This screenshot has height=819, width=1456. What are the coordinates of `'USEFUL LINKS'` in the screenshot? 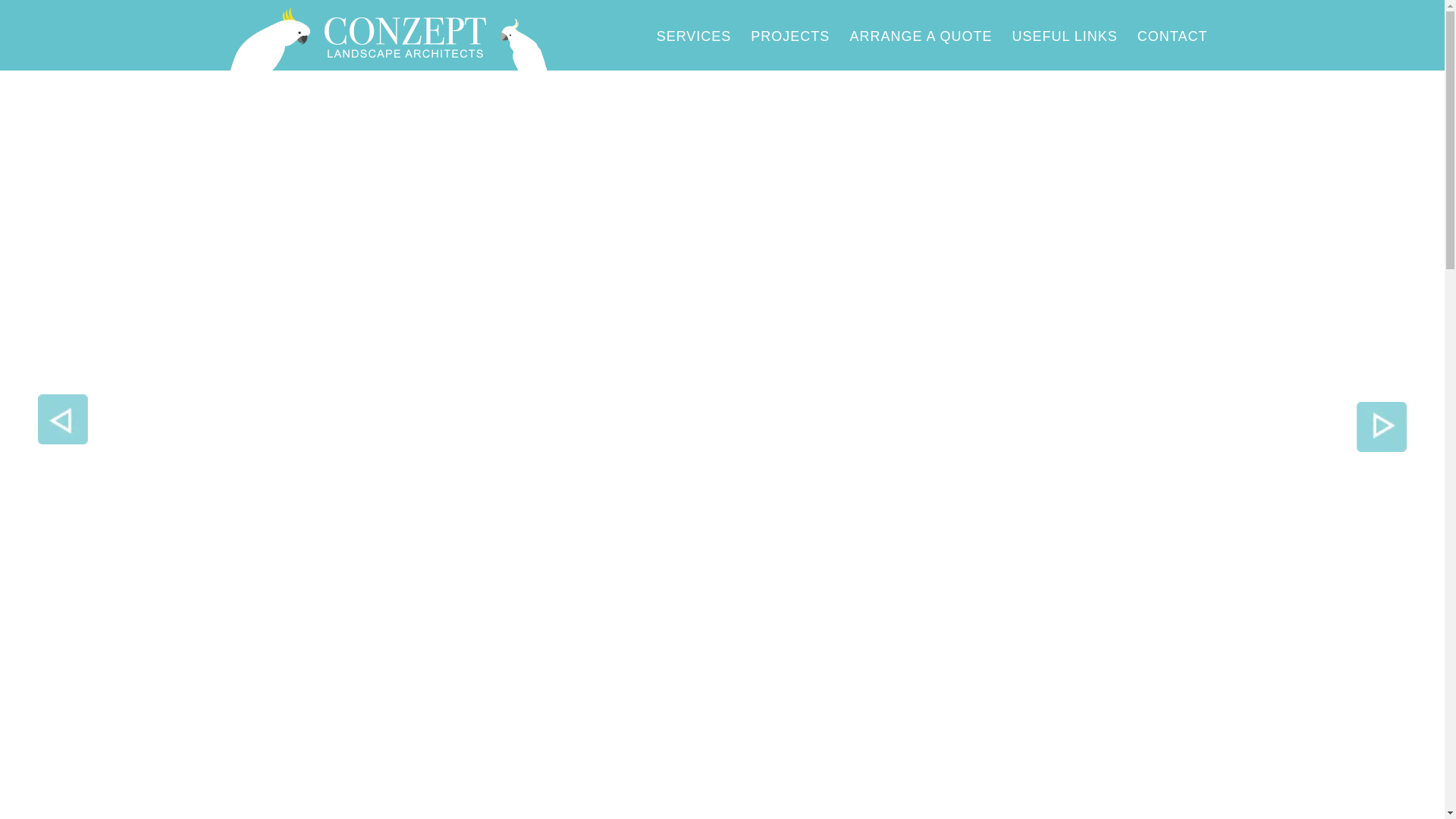 It's located at (1063, 35).